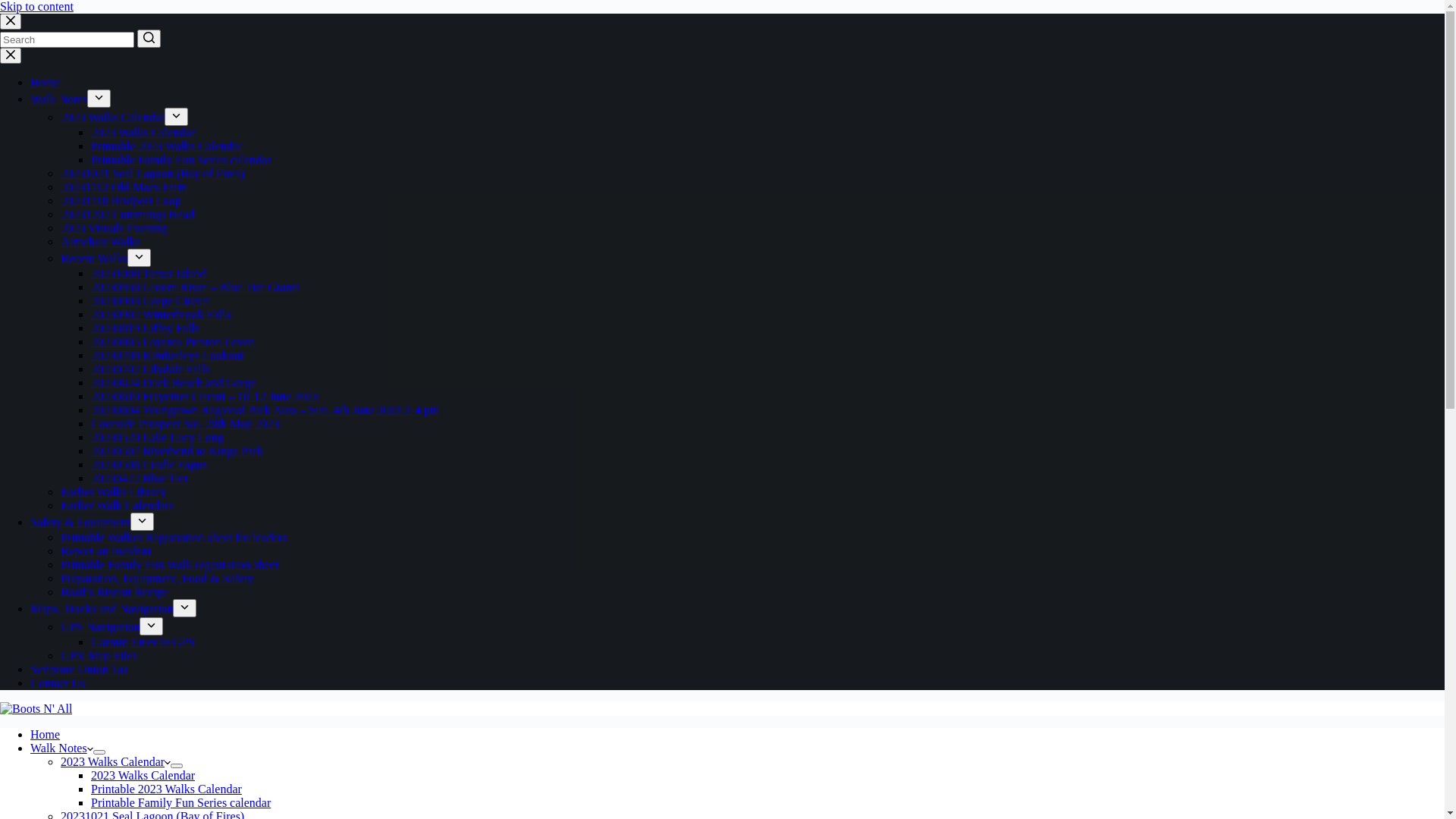  What do you see at coordinates (116, 505) in the screenshot?
I see `'Earlier Walk Calendars'` at bounding box center [116, 505].